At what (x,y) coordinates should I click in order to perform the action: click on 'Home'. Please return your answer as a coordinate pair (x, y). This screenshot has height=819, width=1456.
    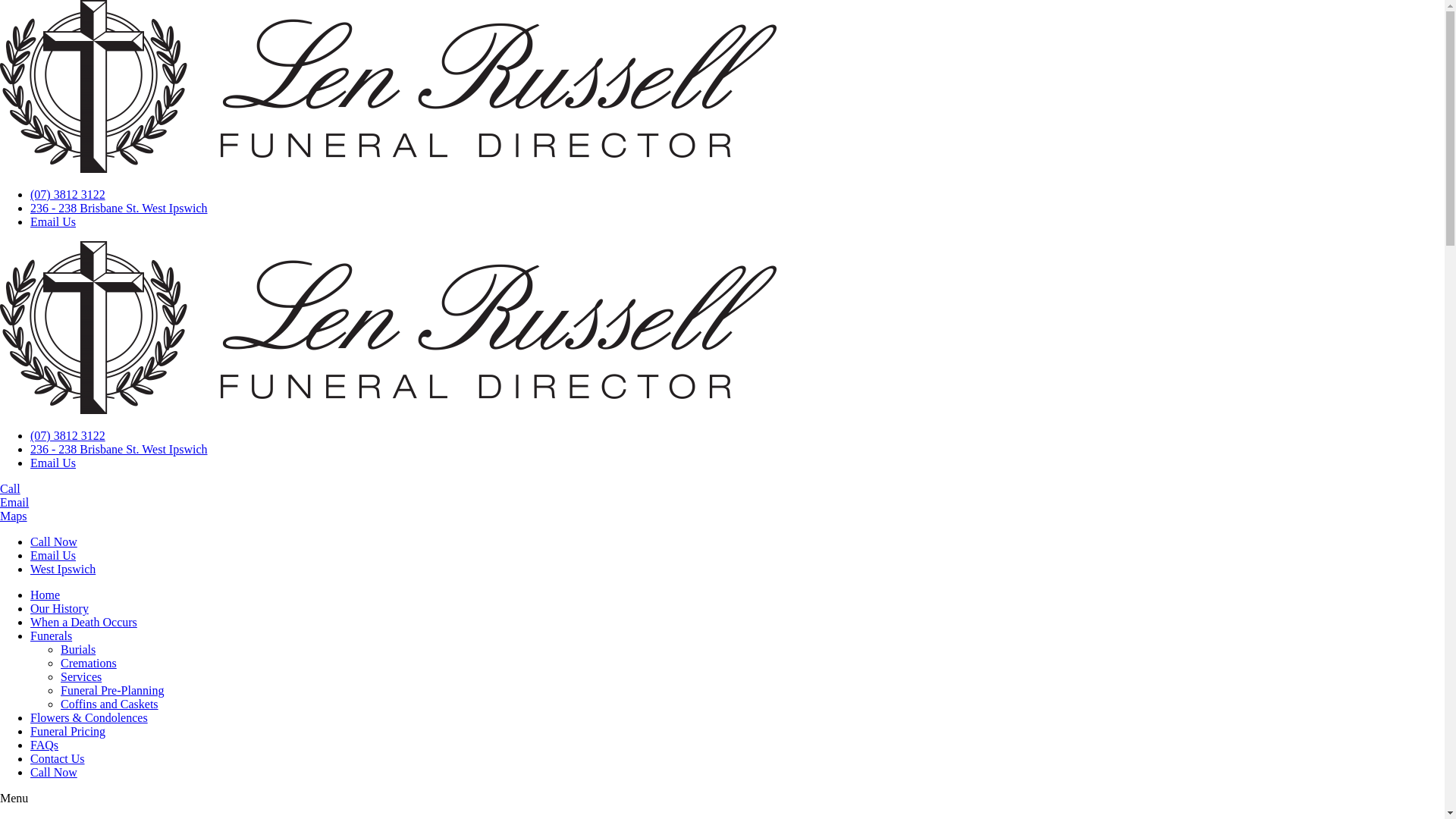
    Looking at the image, I should click on (45, 594).